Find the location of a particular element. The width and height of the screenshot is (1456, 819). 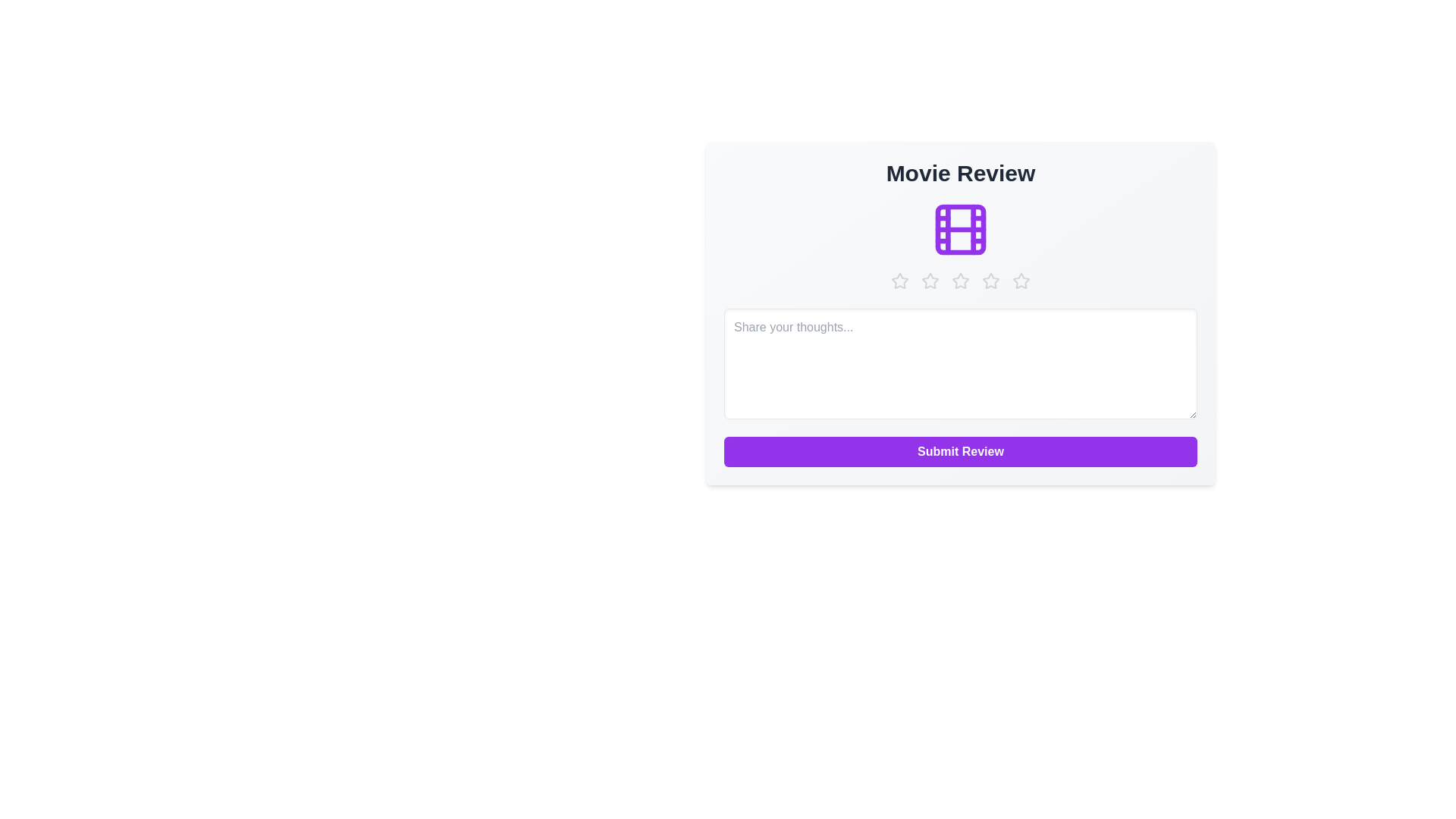

the 'Movie Review' header text to read its content is located at coordinates (960, 172).